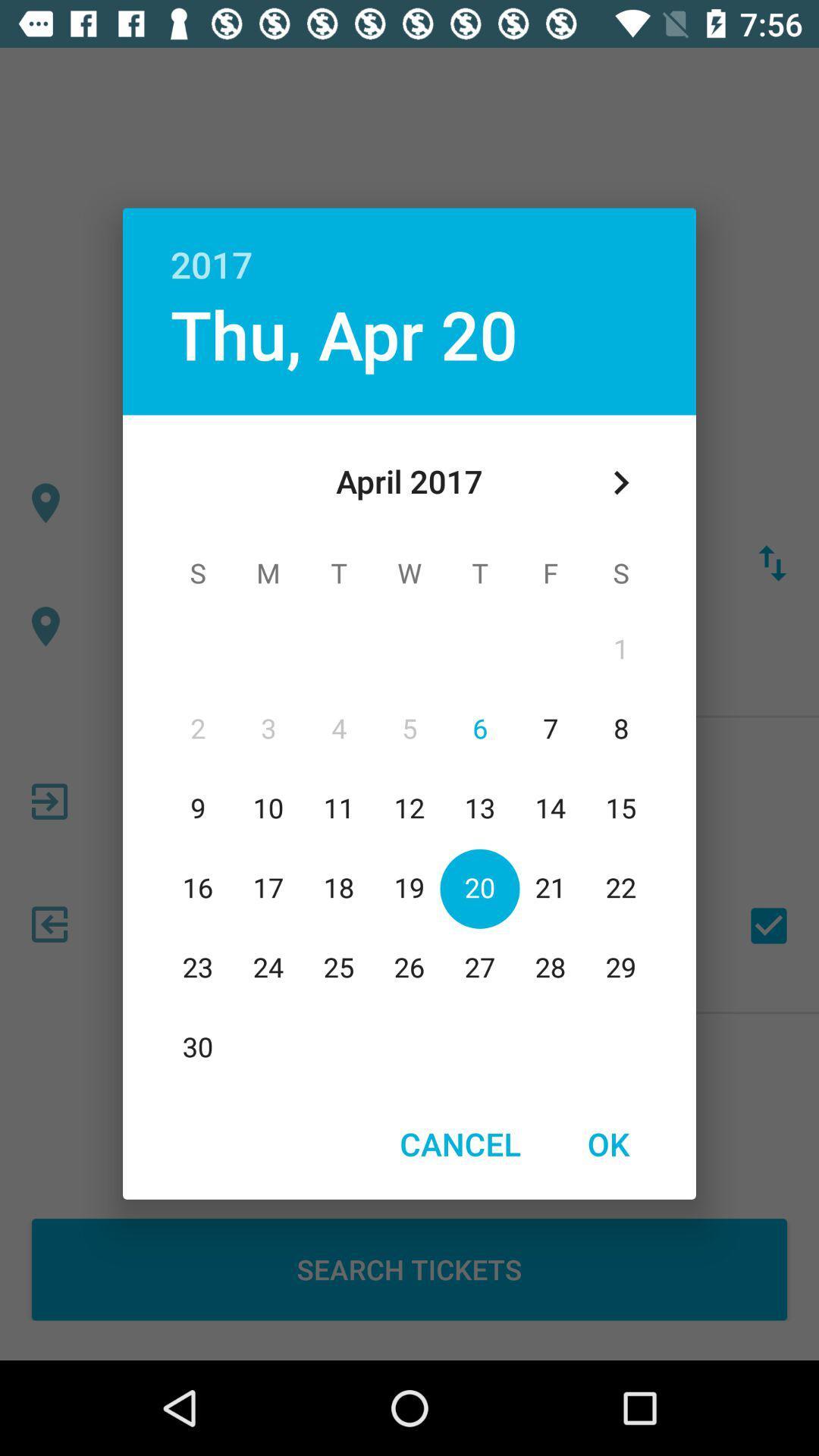 Image resolution: width=819 pixels, height=1456 pixels. What do you see at coordinates (460, 1144) in the screenshot?
I see `cancel item` at bounding box center [460, 1144].